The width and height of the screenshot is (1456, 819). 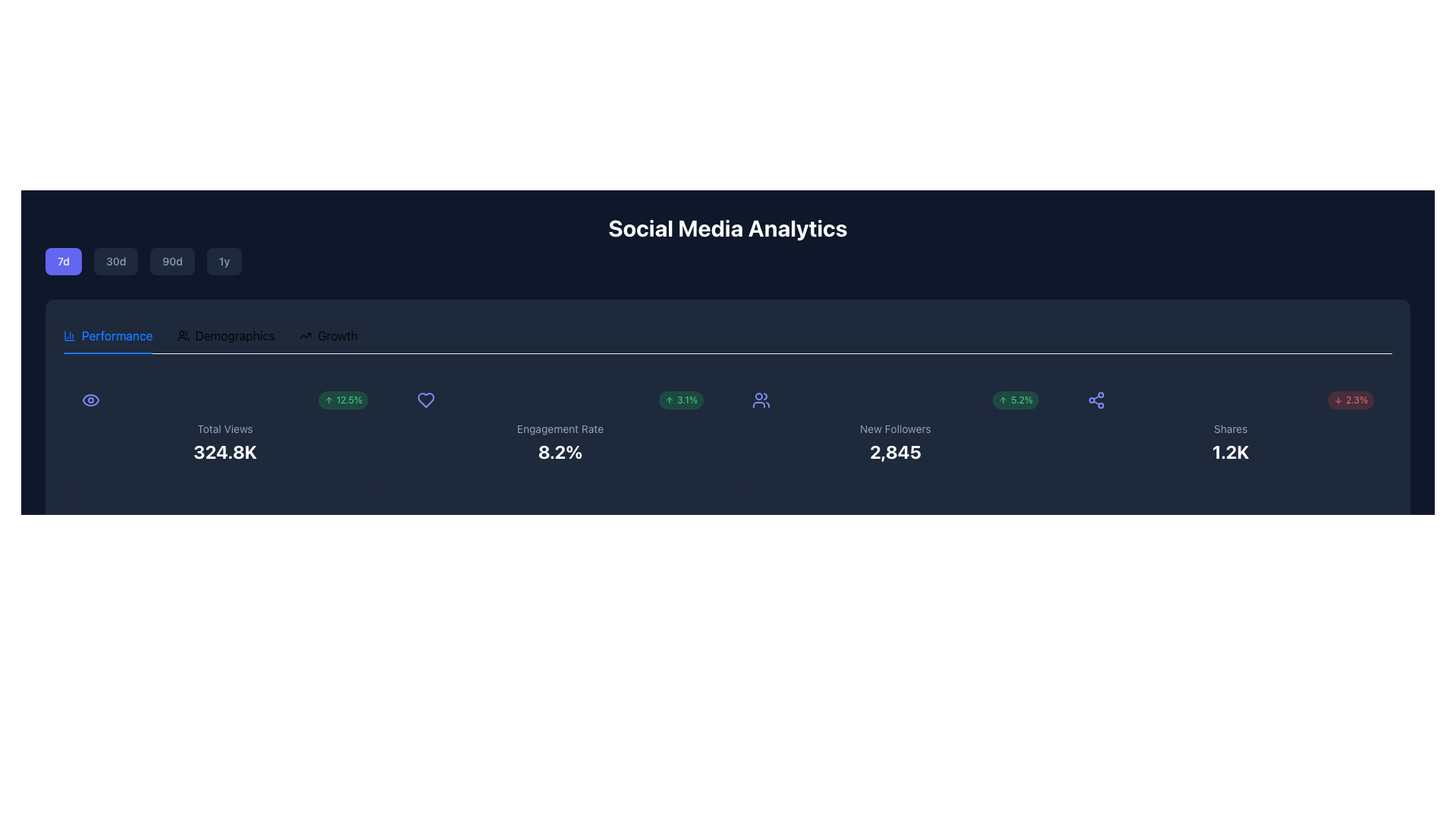 What do you see at coordinates (328, 400) in the screenshot?
I see `the Arrow icon indicating an upward trend, positioned to the left of the '12.5%' badge in the 'Performance' section of the dashboard` at bounding box center [328, 400].